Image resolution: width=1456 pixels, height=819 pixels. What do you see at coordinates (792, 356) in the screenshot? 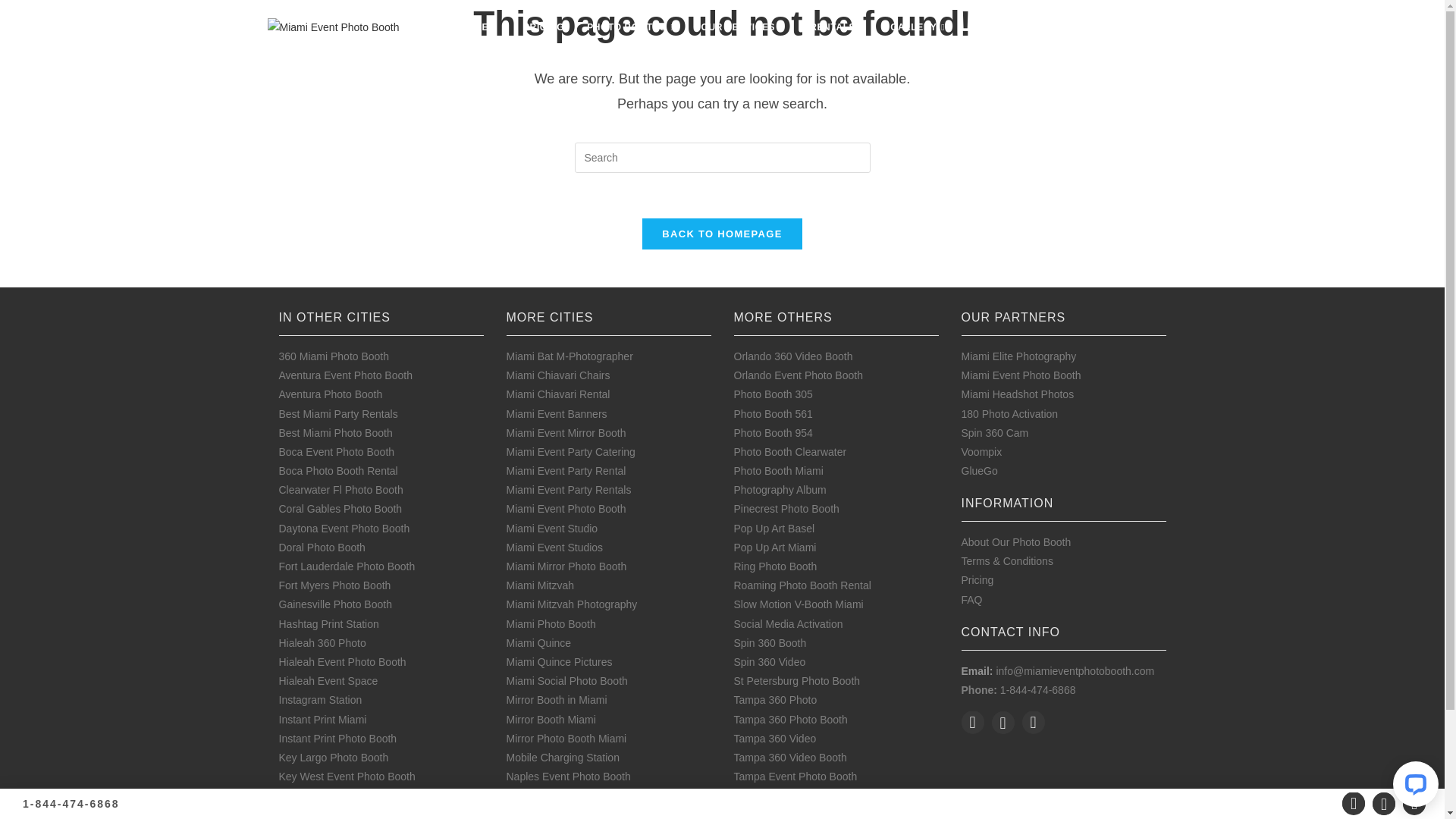
I see `'Orlando 360 Video Booth'` at bounding box center [792, 356].